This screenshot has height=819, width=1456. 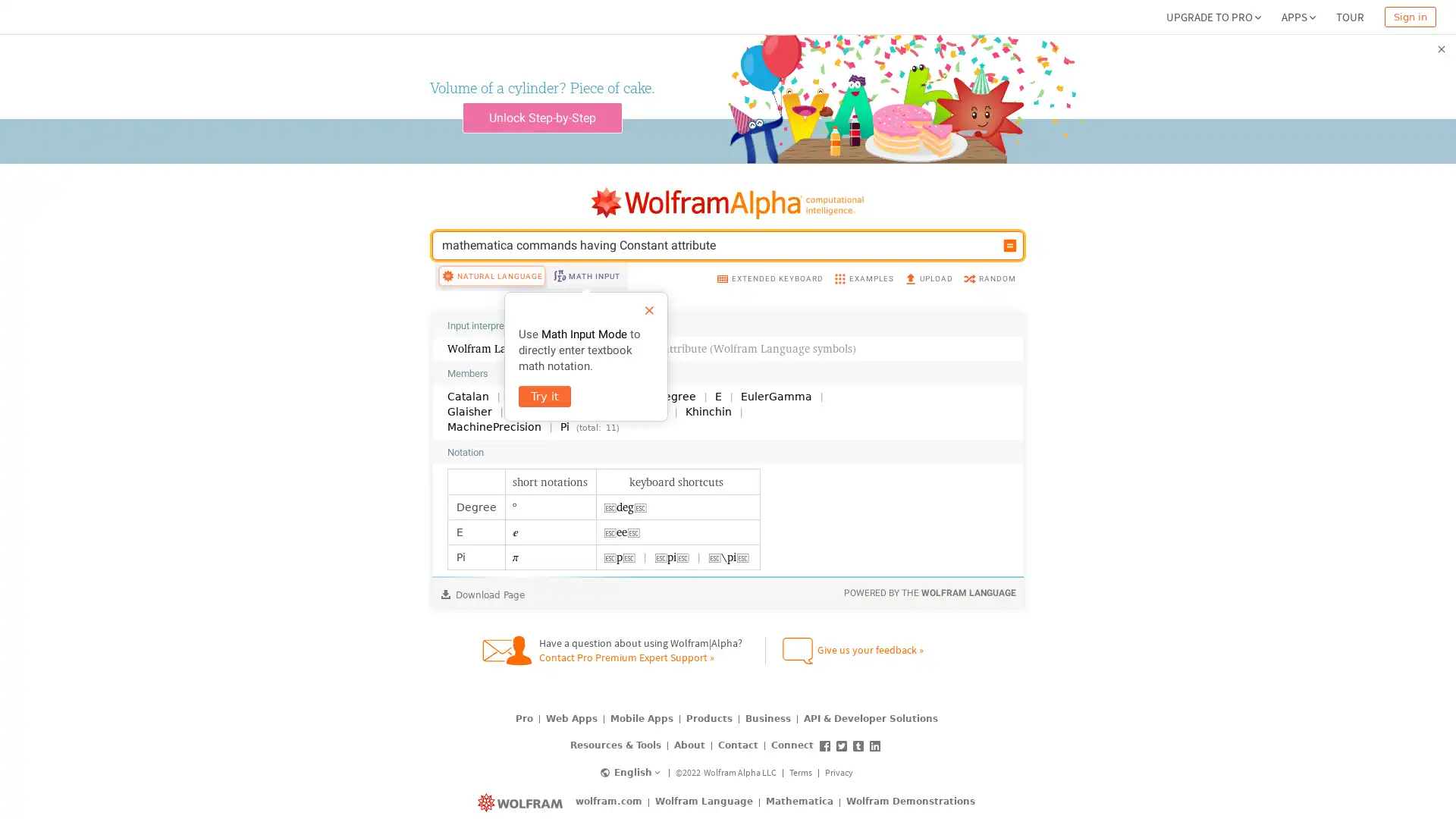 What do you see at coordinates (544, 426) in the screenshot?
I see `Try it` at bounding box center [544, 426].